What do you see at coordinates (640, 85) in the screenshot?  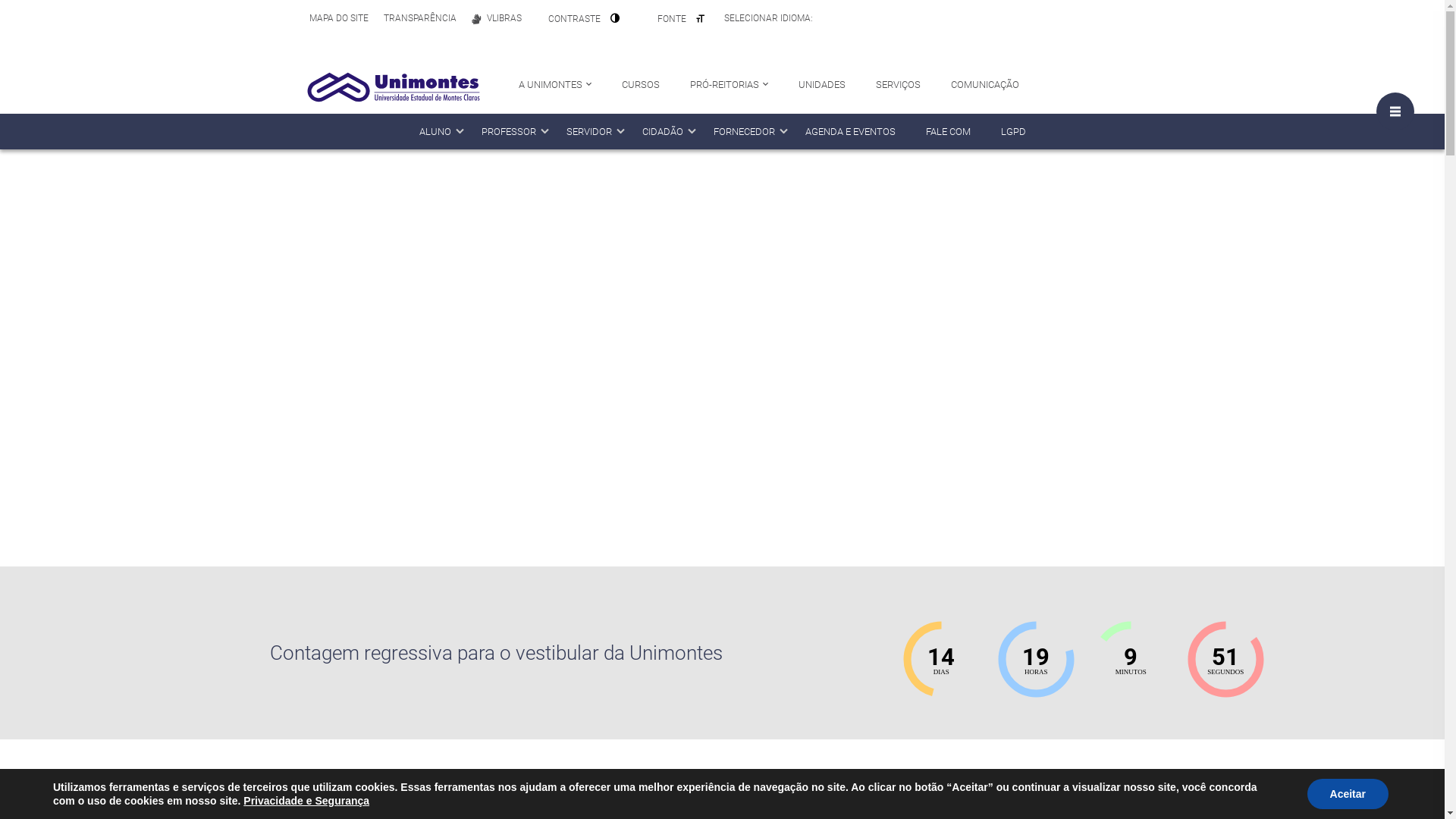 I see `'CURSOS'` at bounding box center [640, 85].